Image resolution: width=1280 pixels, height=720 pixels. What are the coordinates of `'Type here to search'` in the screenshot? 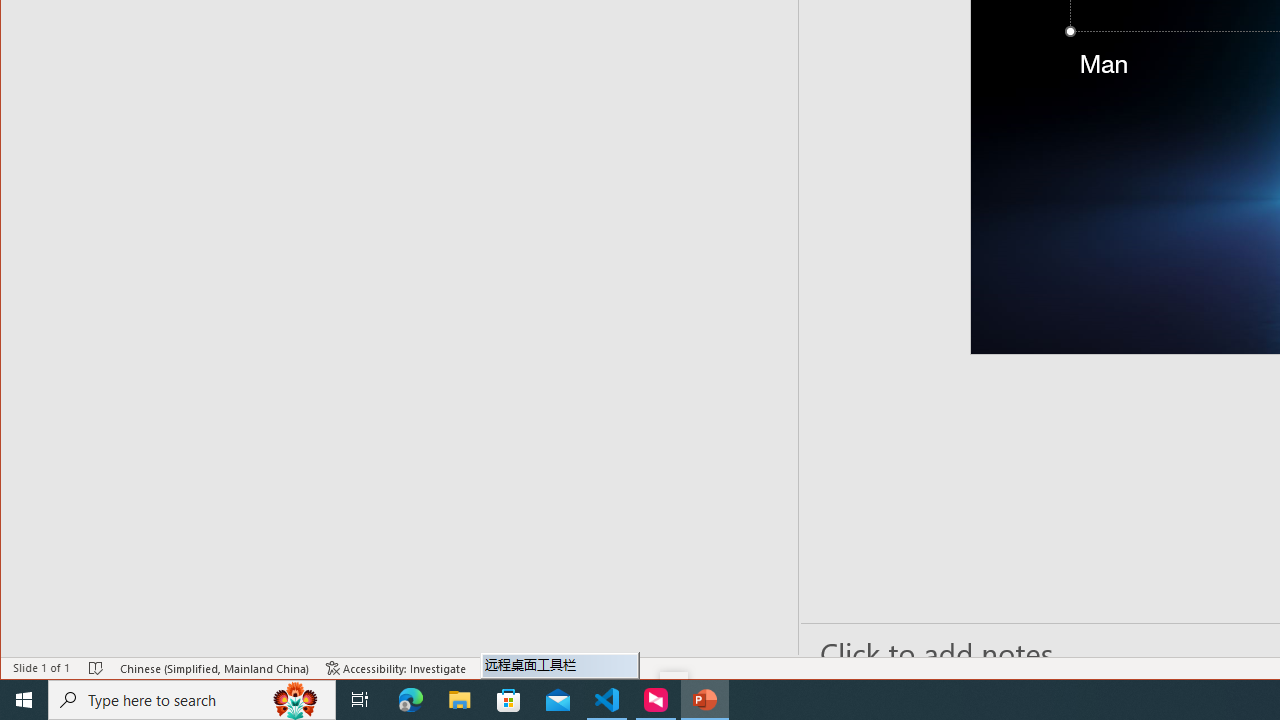 It's located at (192, 698).